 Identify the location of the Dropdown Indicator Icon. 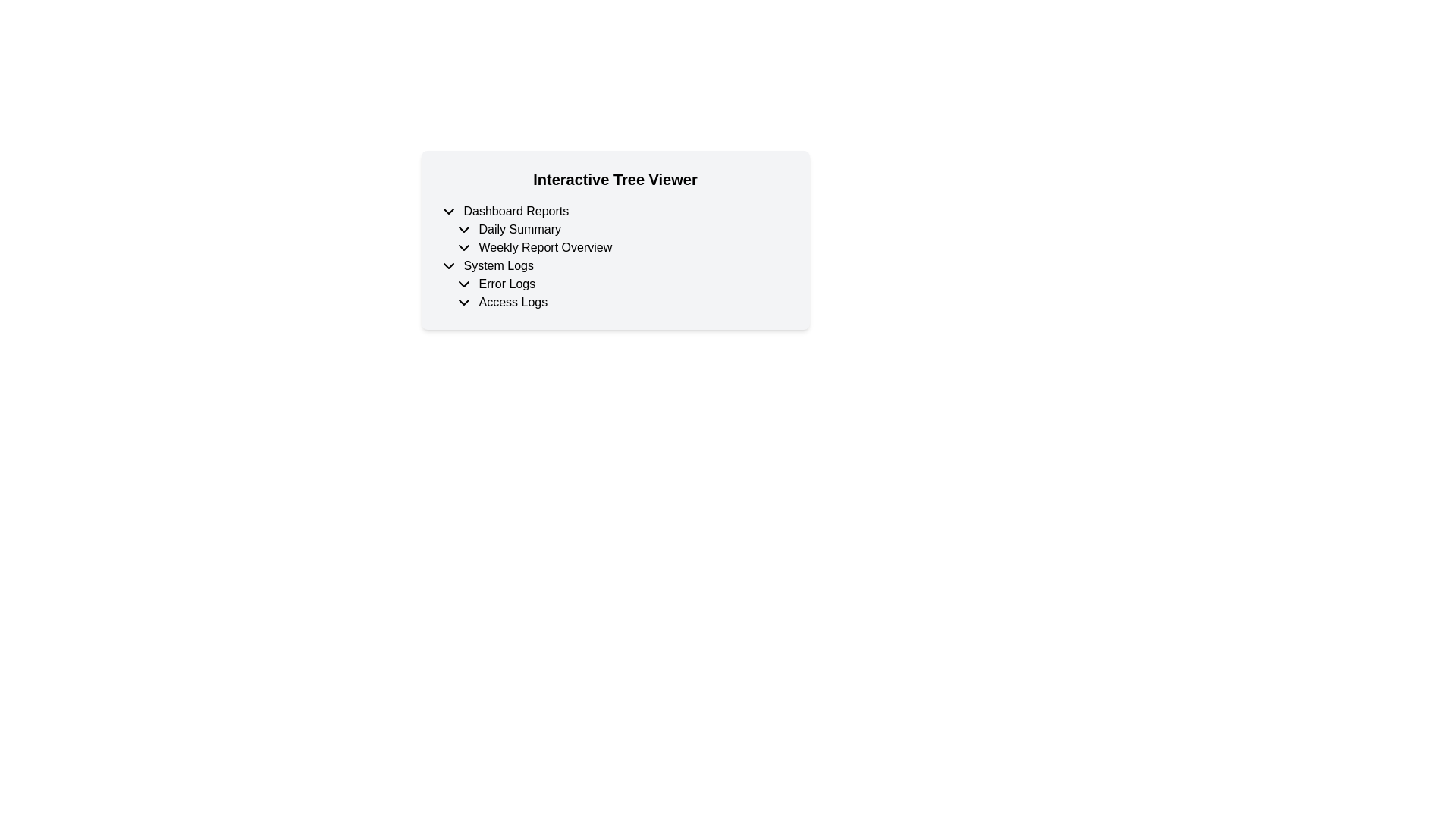
(463, 302).